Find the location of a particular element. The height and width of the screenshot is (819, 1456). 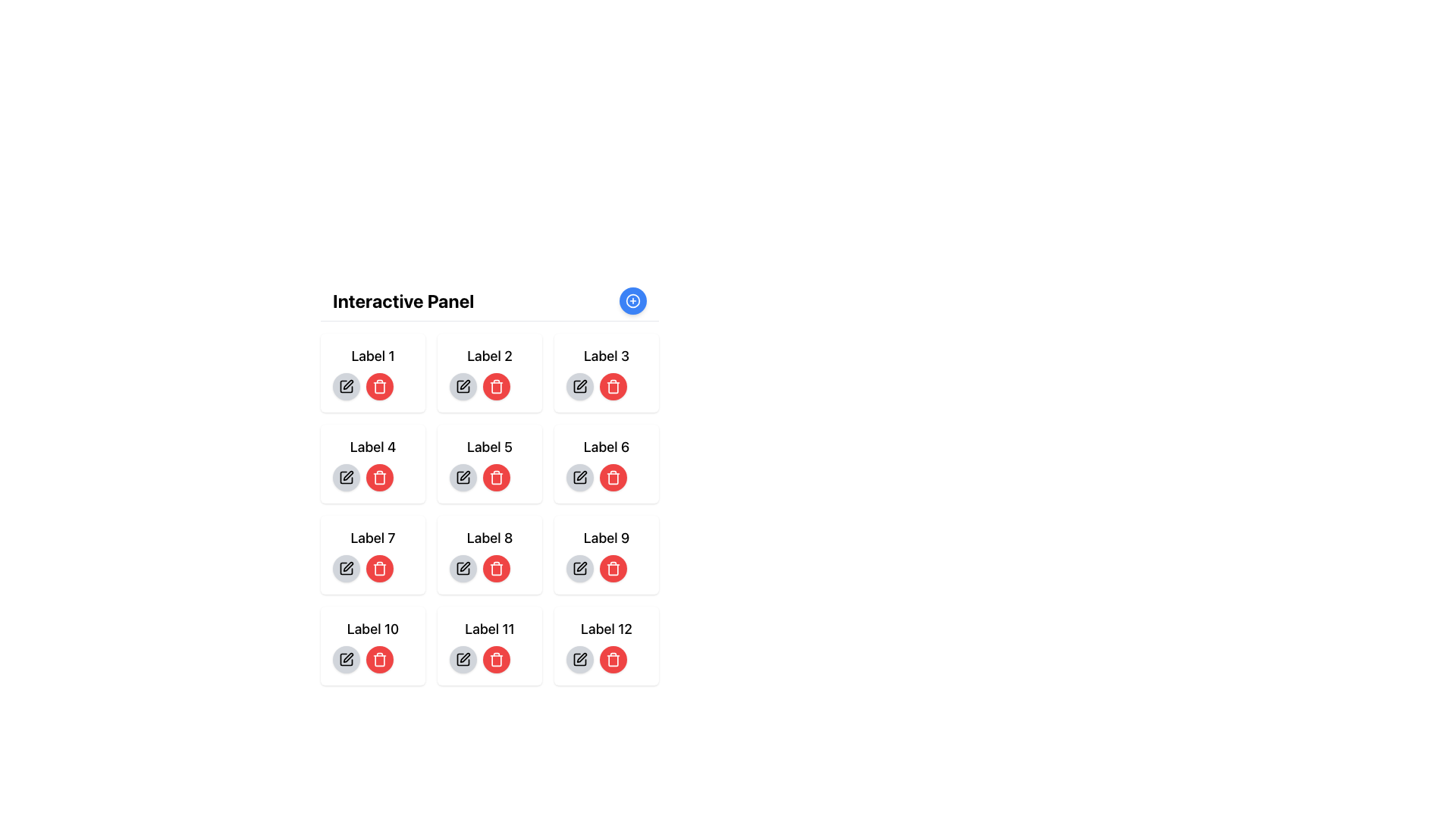

the gray edit button and the red delete button within the horizontal action buttons located in the card labeled 'Label 2', which is the second card in the first row of a three-by-four grid layout is located at coordinates (490, 385).